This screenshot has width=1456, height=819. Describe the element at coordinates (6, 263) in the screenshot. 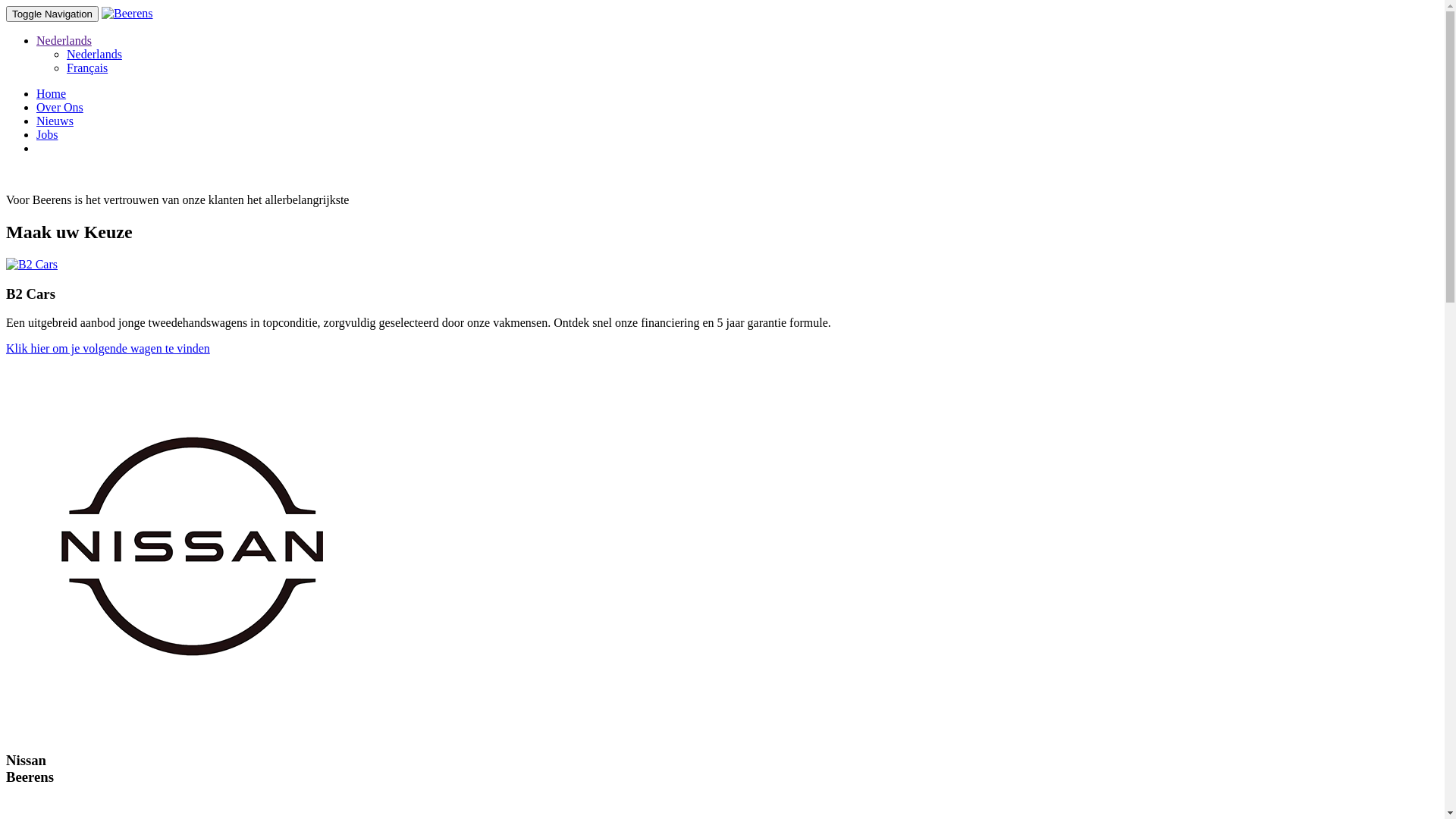

I see `'B2 Cars'` at that location.